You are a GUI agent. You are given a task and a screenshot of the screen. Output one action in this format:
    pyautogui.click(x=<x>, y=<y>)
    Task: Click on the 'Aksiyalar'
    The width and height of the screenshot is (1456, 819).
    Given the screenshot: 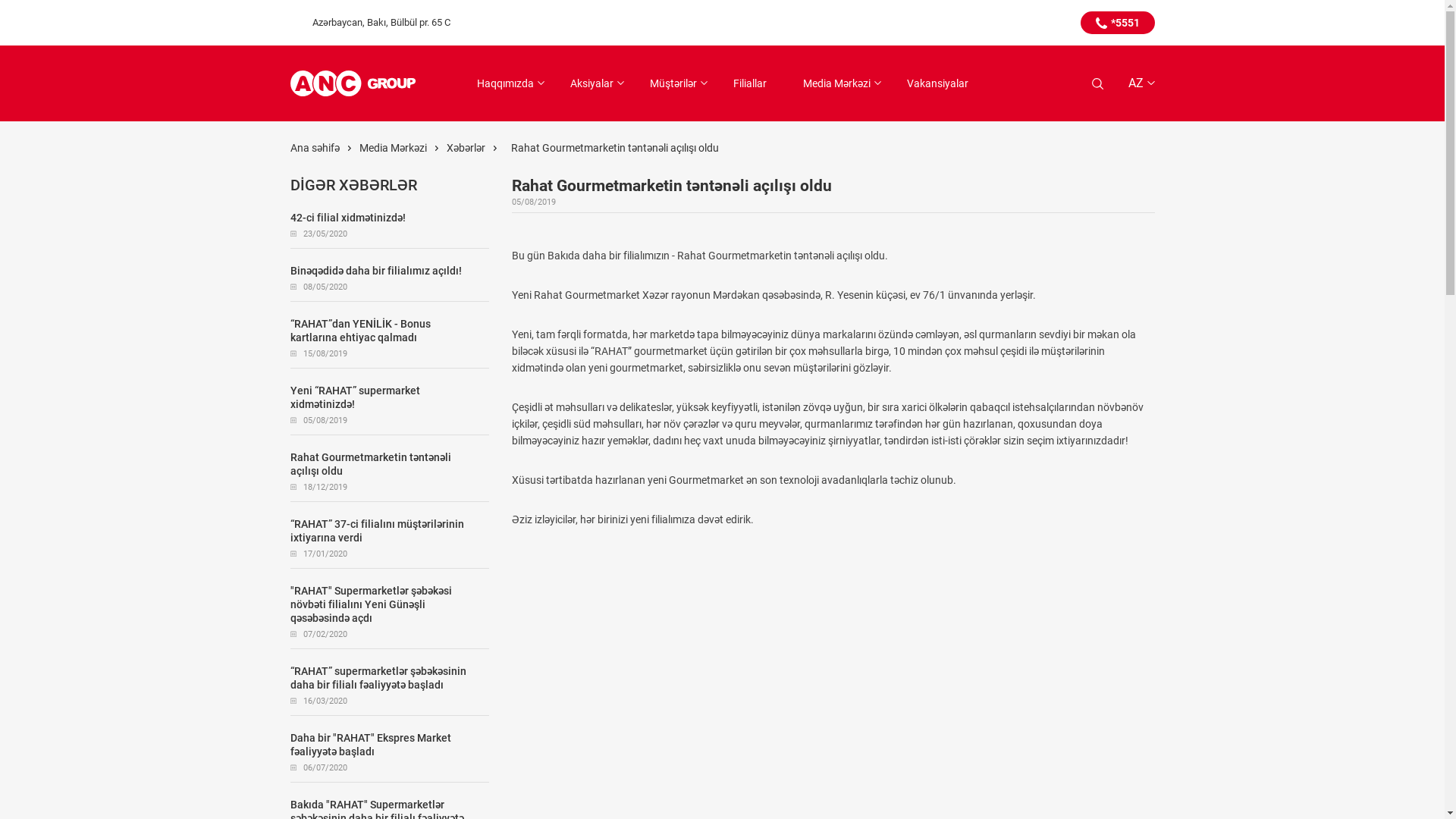 What is the action you would take?
    pyautogui.click(x=591, y=83)
    